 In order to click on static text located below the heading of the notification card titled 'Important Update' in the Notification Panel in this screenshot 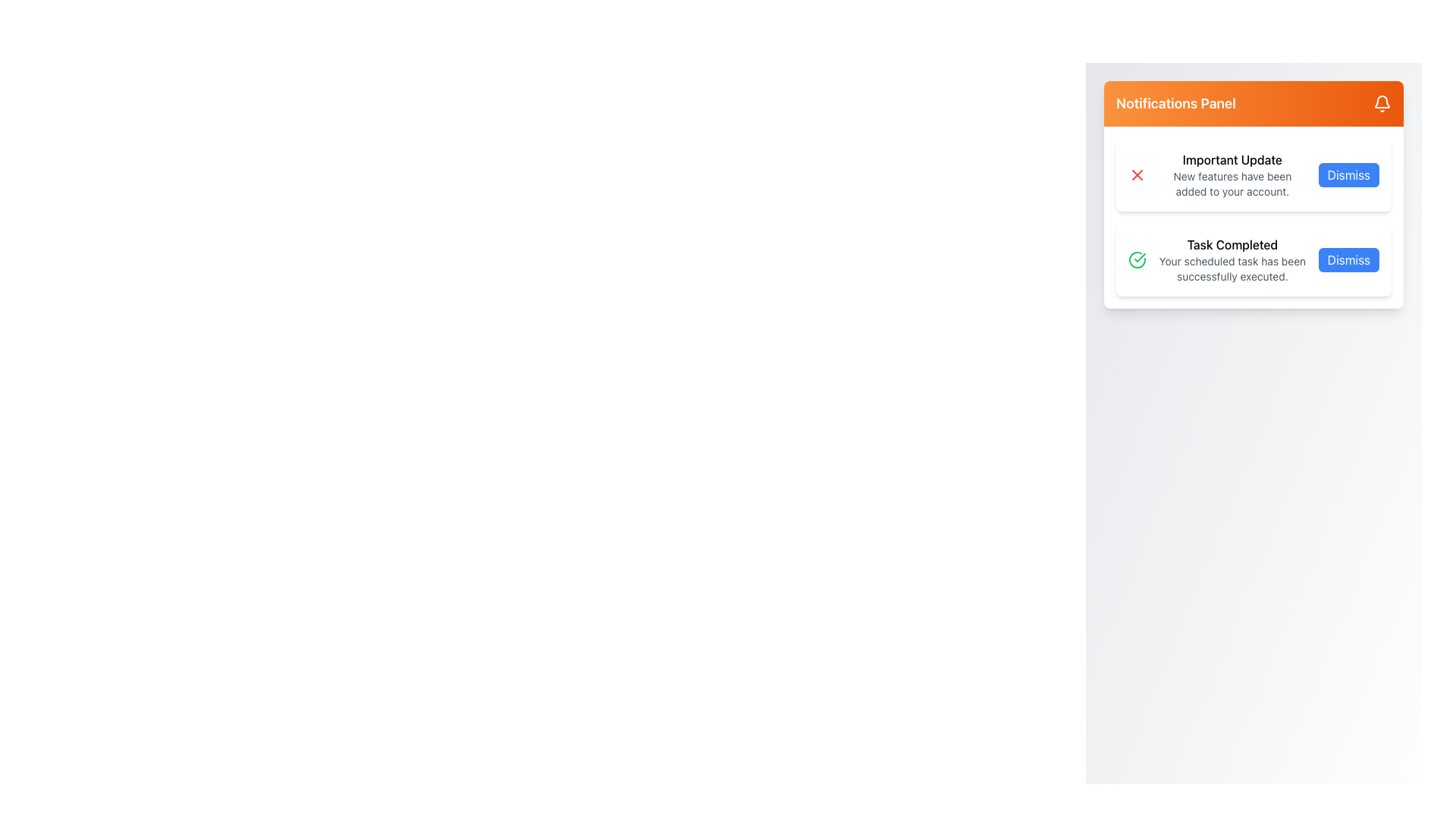, I will do `click(1232, 184)`.